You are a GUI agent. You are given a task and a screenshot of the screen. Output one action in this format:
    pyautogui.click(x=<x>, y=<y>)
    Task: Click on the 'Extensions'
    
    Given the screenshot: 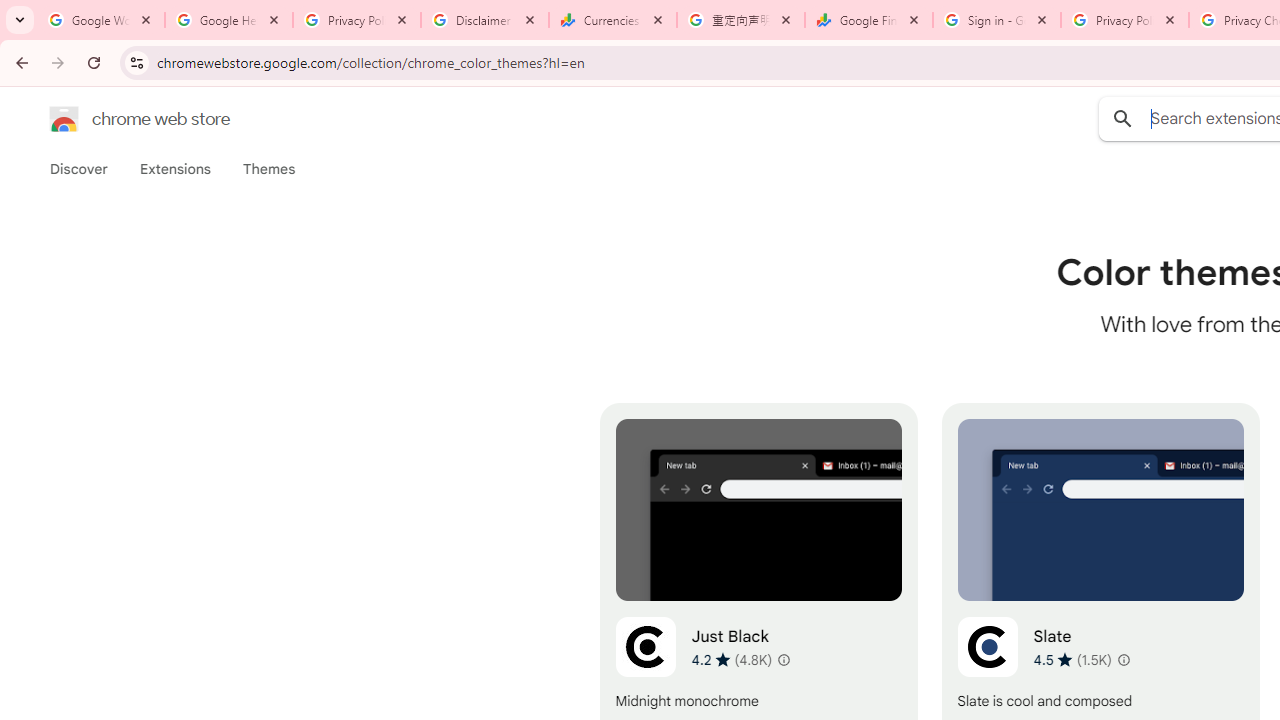 What is the action you would take?
    pyautogui.click(x=174, y=168)
    